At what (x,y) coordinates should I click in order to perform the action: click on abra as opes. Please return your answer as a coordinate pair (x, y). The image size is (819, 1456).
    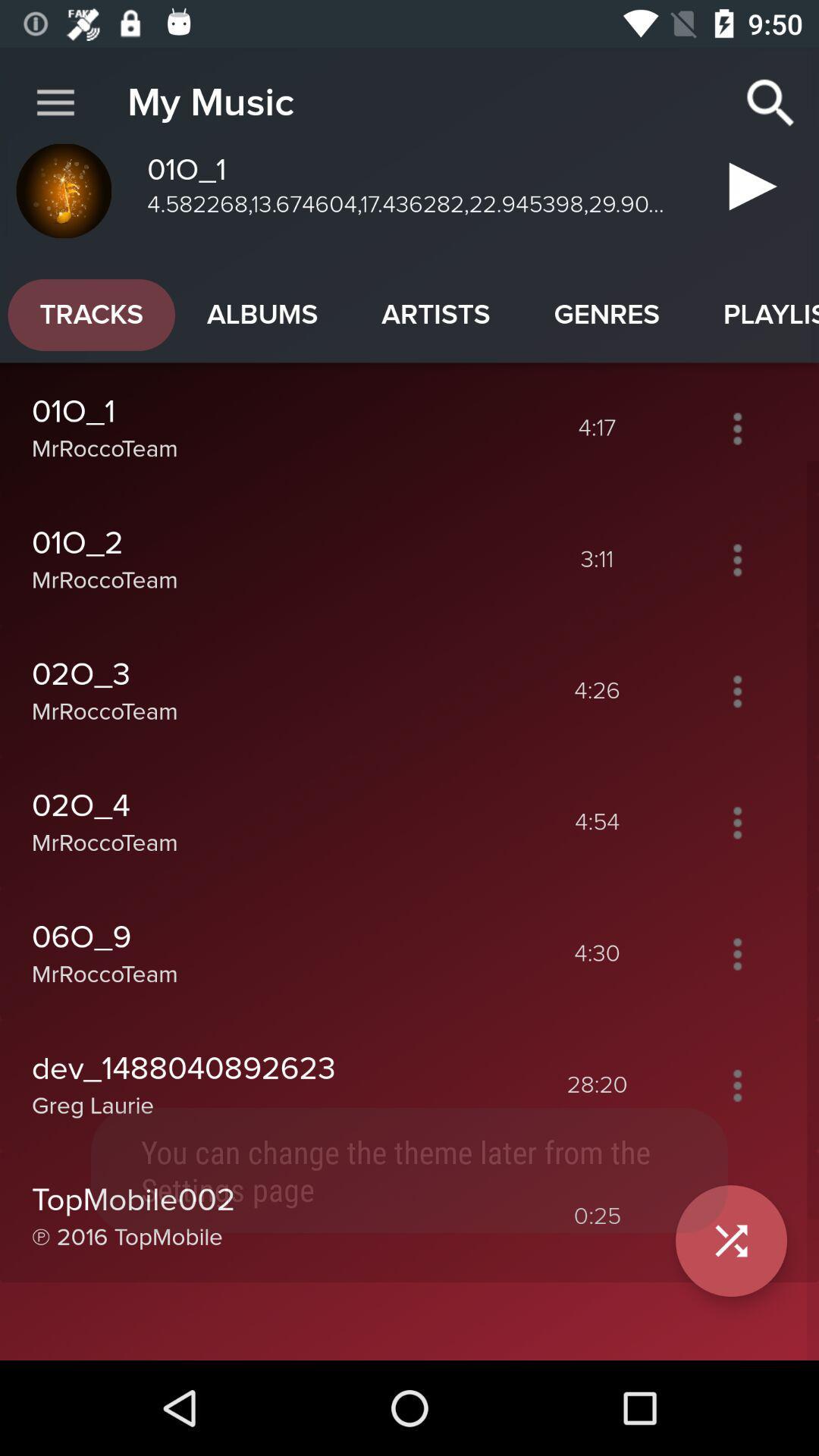
    Looking at the image, I should click on (736, 559).